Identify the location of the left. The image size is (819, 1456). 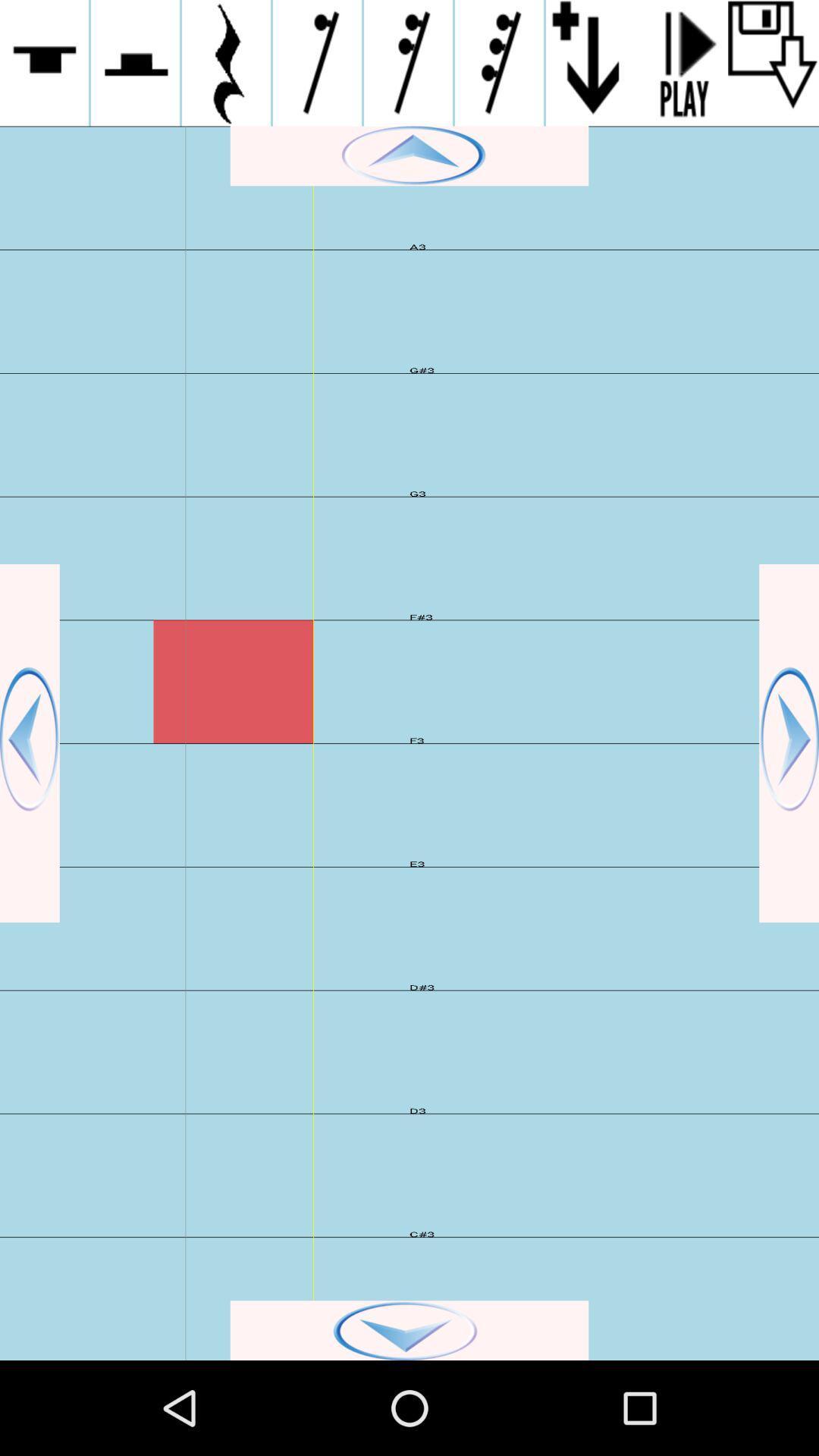
(30, 743).